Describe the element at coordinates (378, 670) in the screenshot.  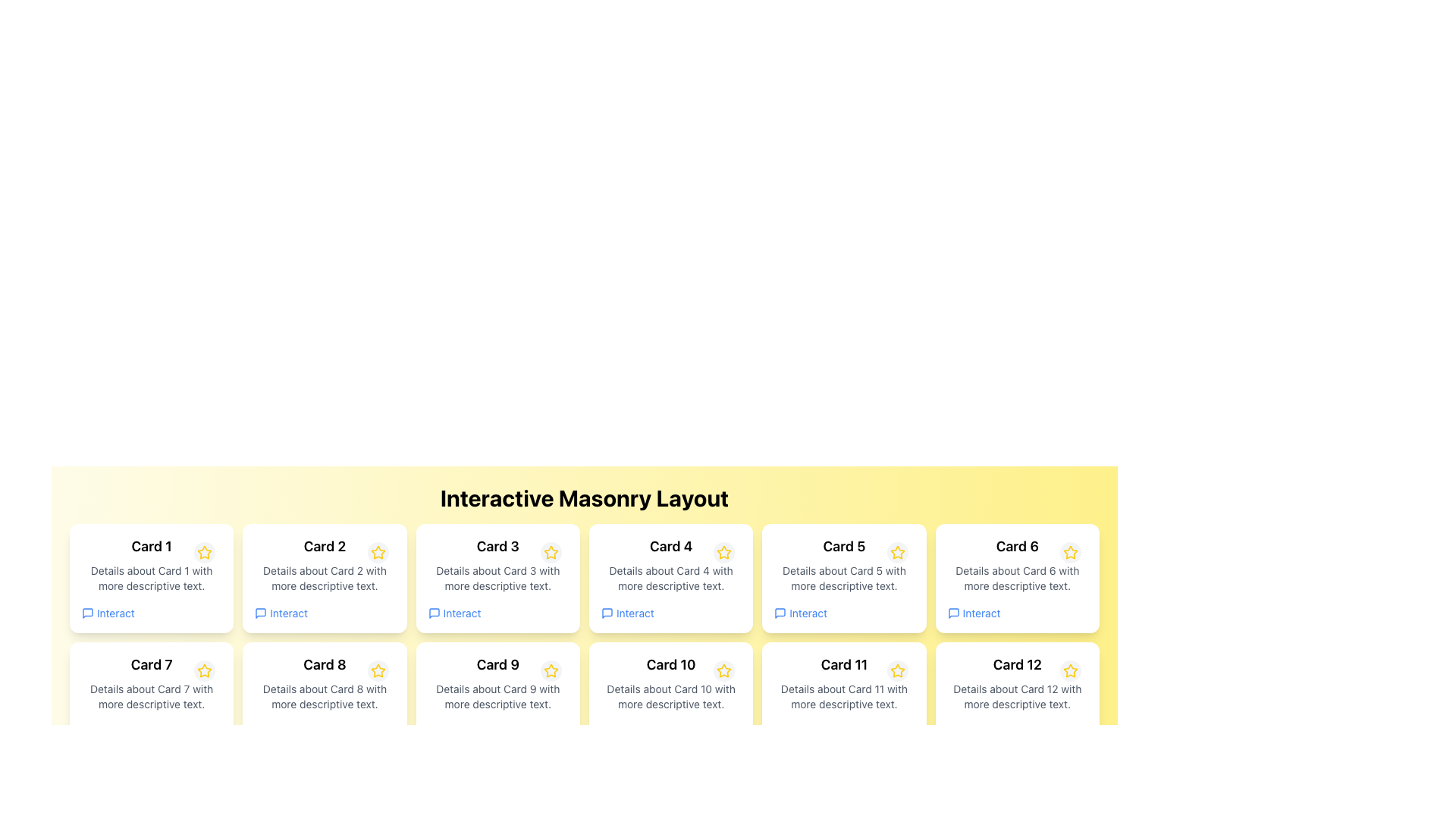
I see `the yellow outlined star icon with a white interior located at the top-right corner of 'Card 8'` at that location.